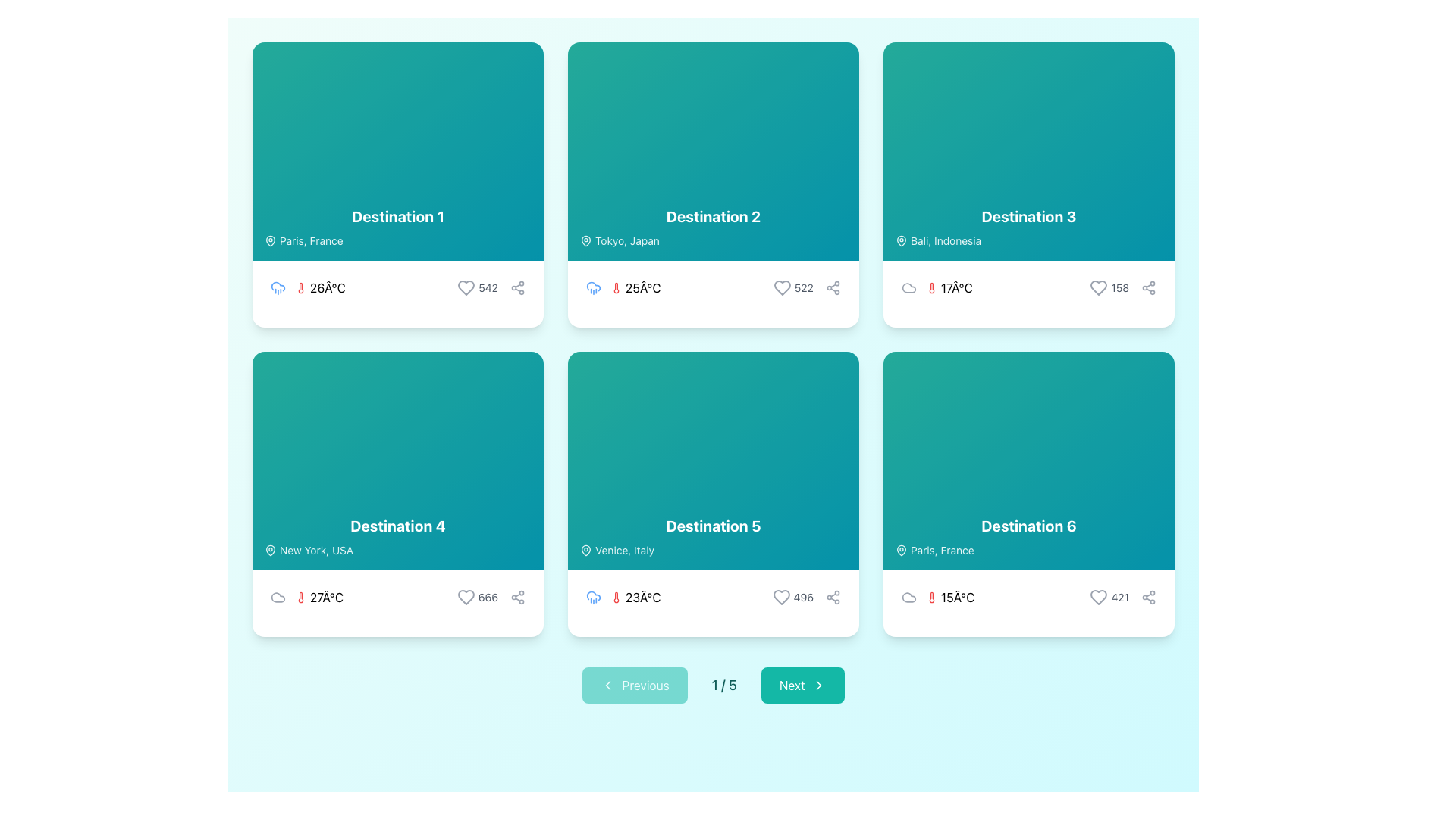  I want to click on the share icon represented by three connected circles and lines, located at the top-right corner of the 'Destination 1' card, to share the content, so click(517, 288).